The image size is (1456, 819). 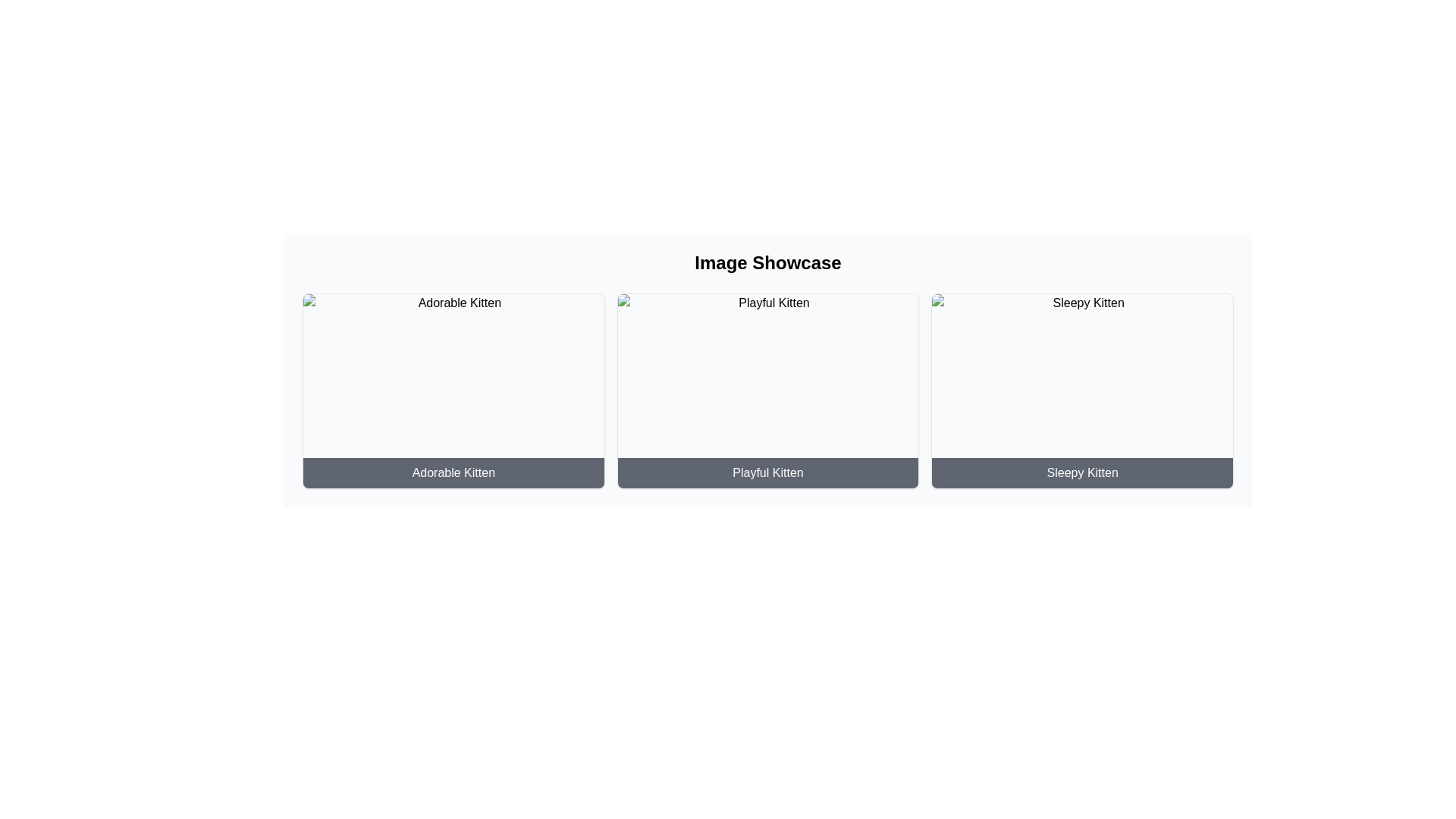 I want to click on the Display card that presents an image and description of the playful kitten, located between 'Adorable Kitten' and 'Sleepy Kitten' in the gallery layout, so click(x=767, y=391).